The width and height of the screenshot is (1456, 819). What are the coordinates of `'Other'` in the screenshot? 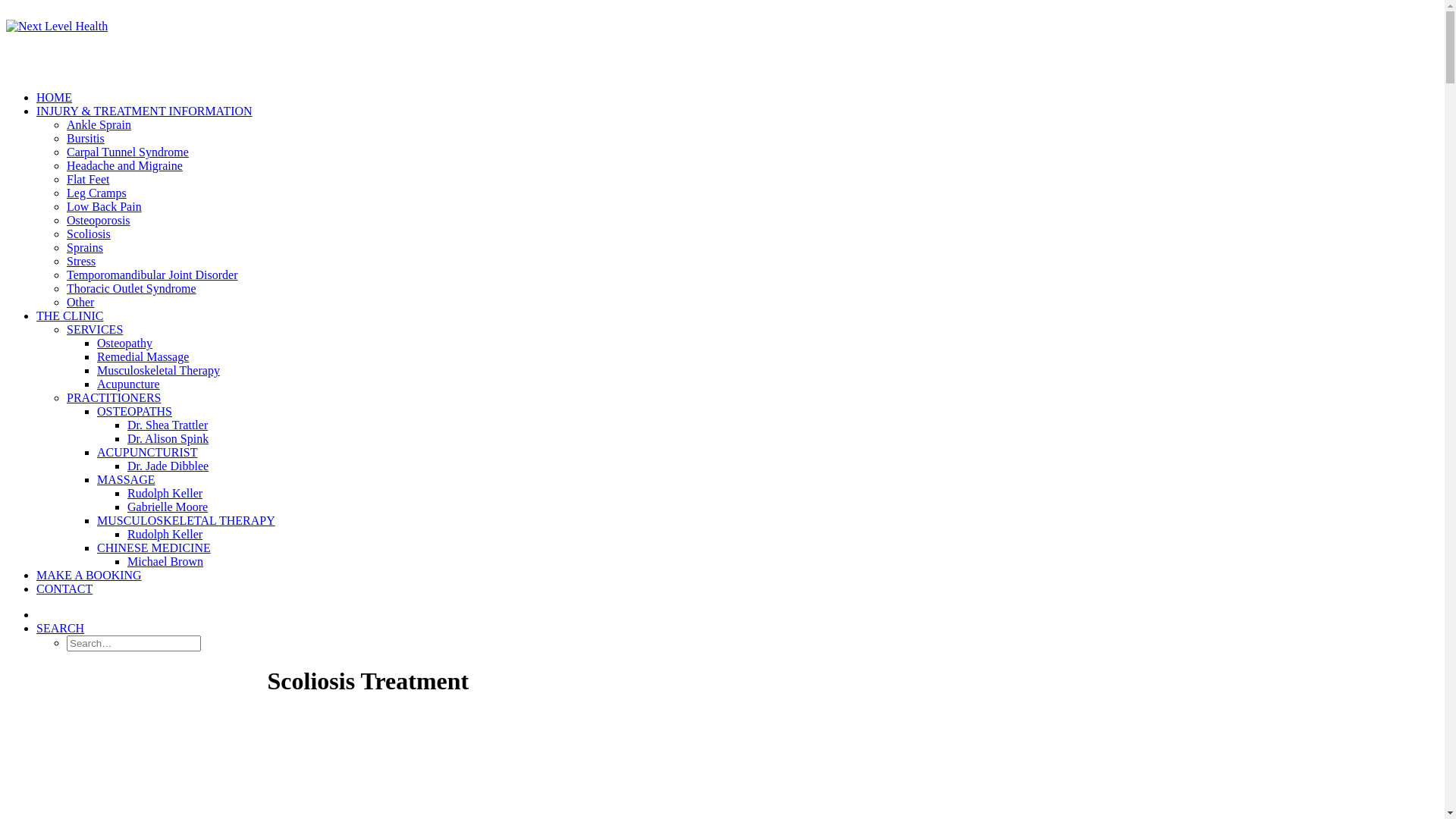 It's located at (65, 302).